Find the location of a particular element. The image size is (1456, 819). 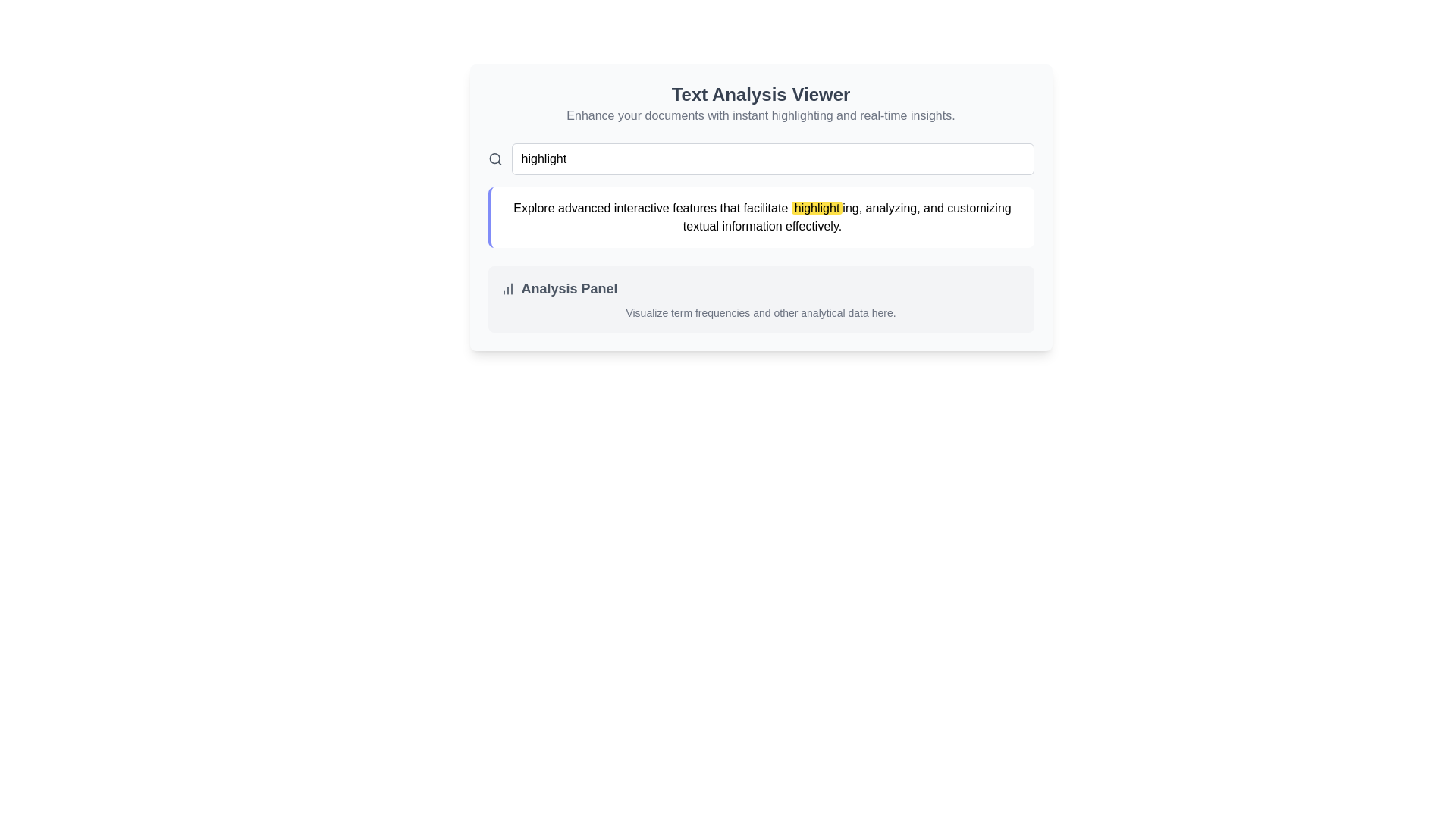

the subtitle text element located below the title in the 'Text Analysis Viewer' section is located at coordinates (761, 115).